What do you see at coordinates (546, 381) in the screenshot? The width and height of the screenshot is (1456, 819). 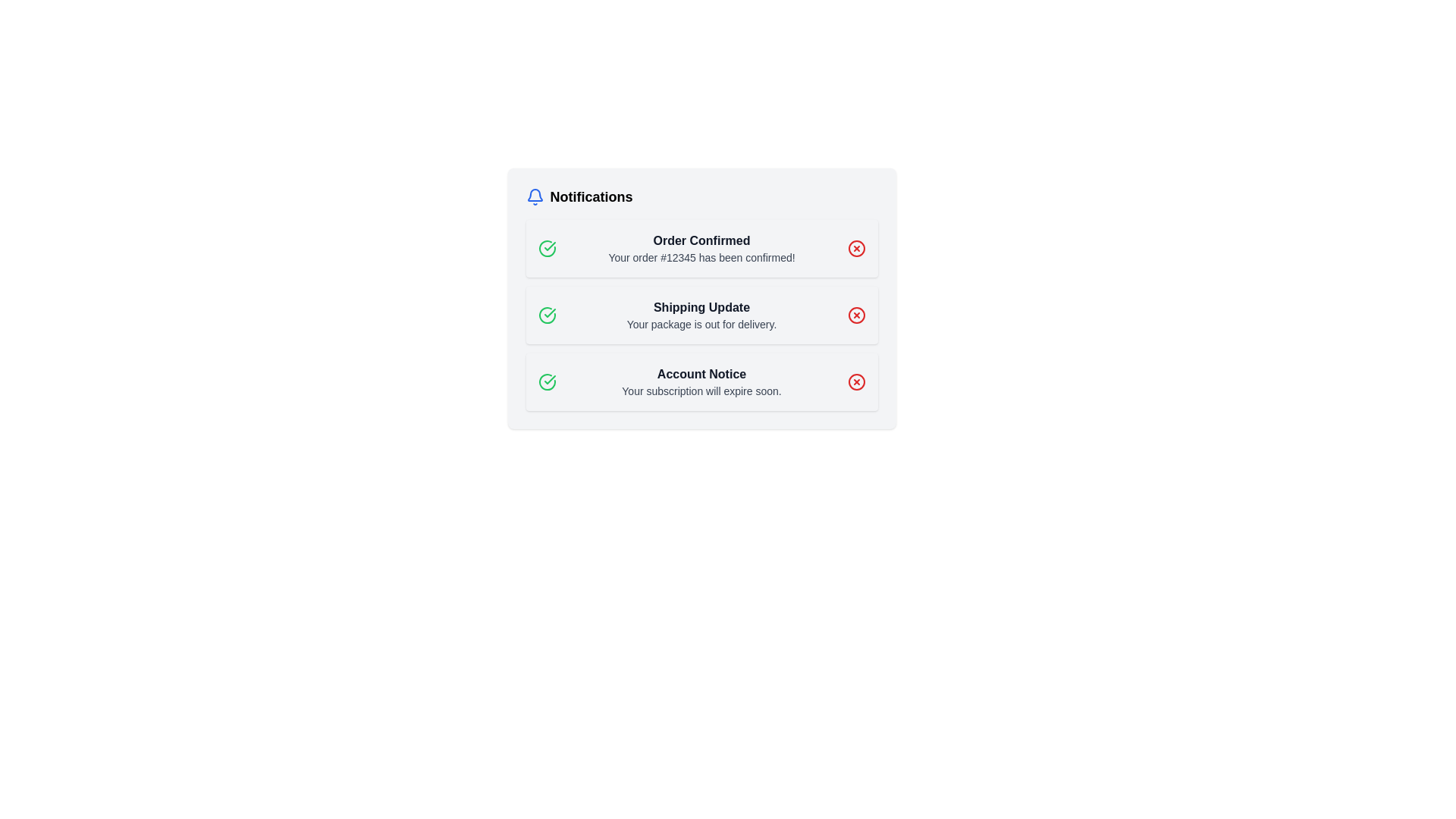 I see `the icon indicating the successful state of the 'Account Notice' notification, which is located to the left of the 'Account Notice' title` at bounding box center [546, 381].